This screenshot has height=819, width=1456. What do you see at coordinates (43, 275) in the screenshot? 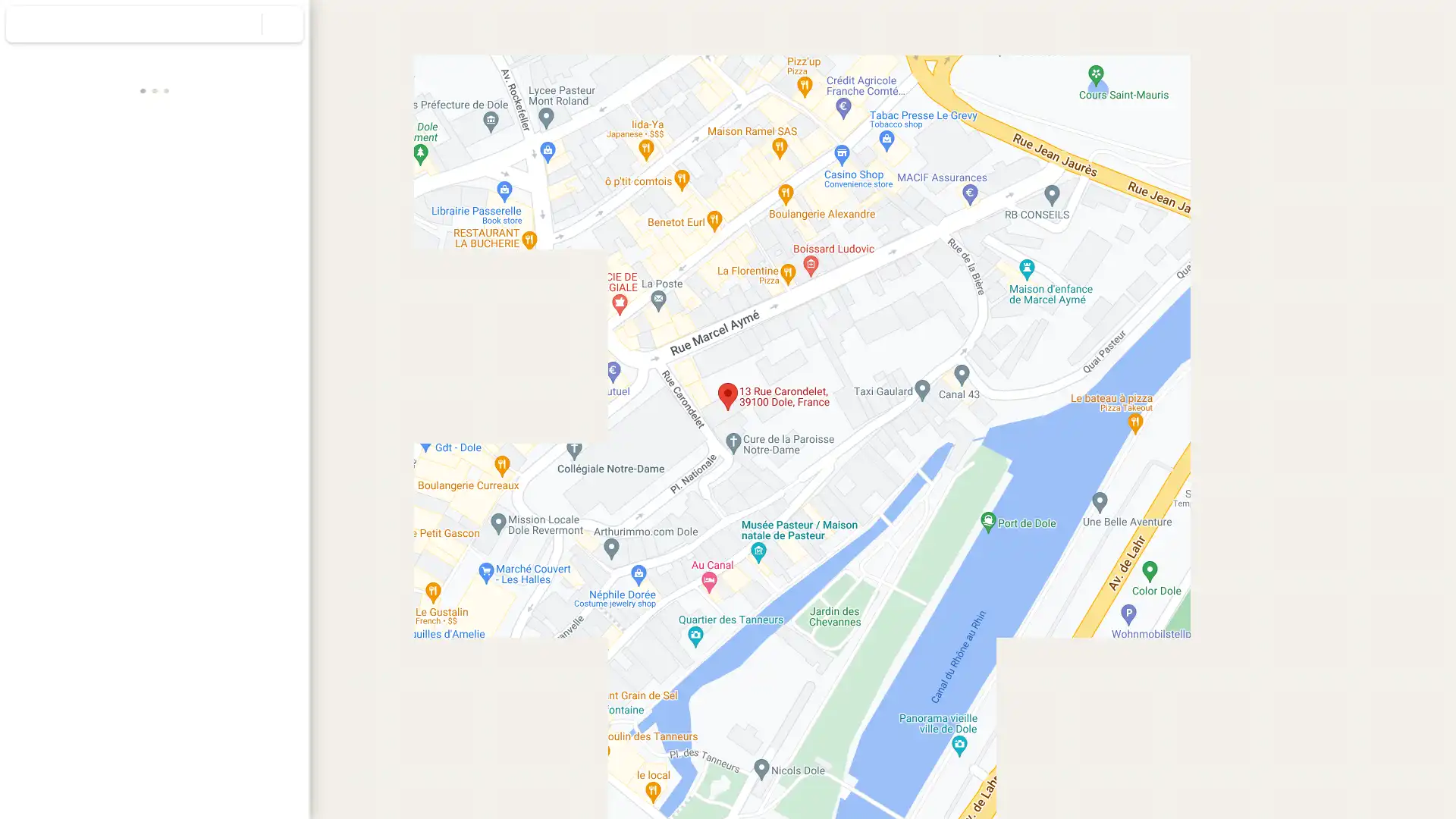
I see `Directions to 13 Rue Carondelet` at bounding box center [43, 275].